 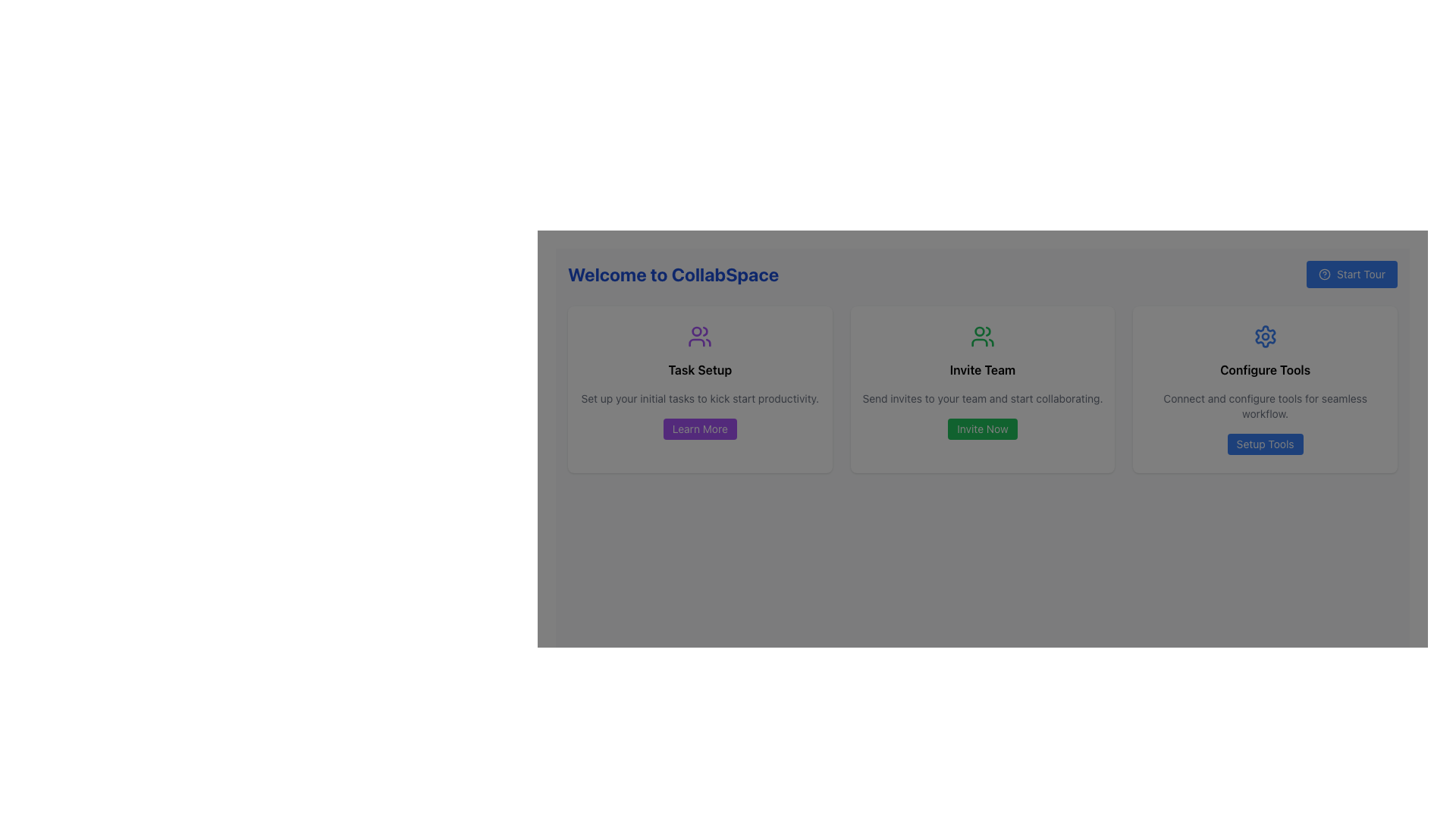 What do you see at coordinates (1265, 335) in the screenshot?
I see `the blue gear icon located in the 'Configure Tools' section at the top right of the interface, using it as a visual indicator for interactive design` at bounding box center [1265, 335].